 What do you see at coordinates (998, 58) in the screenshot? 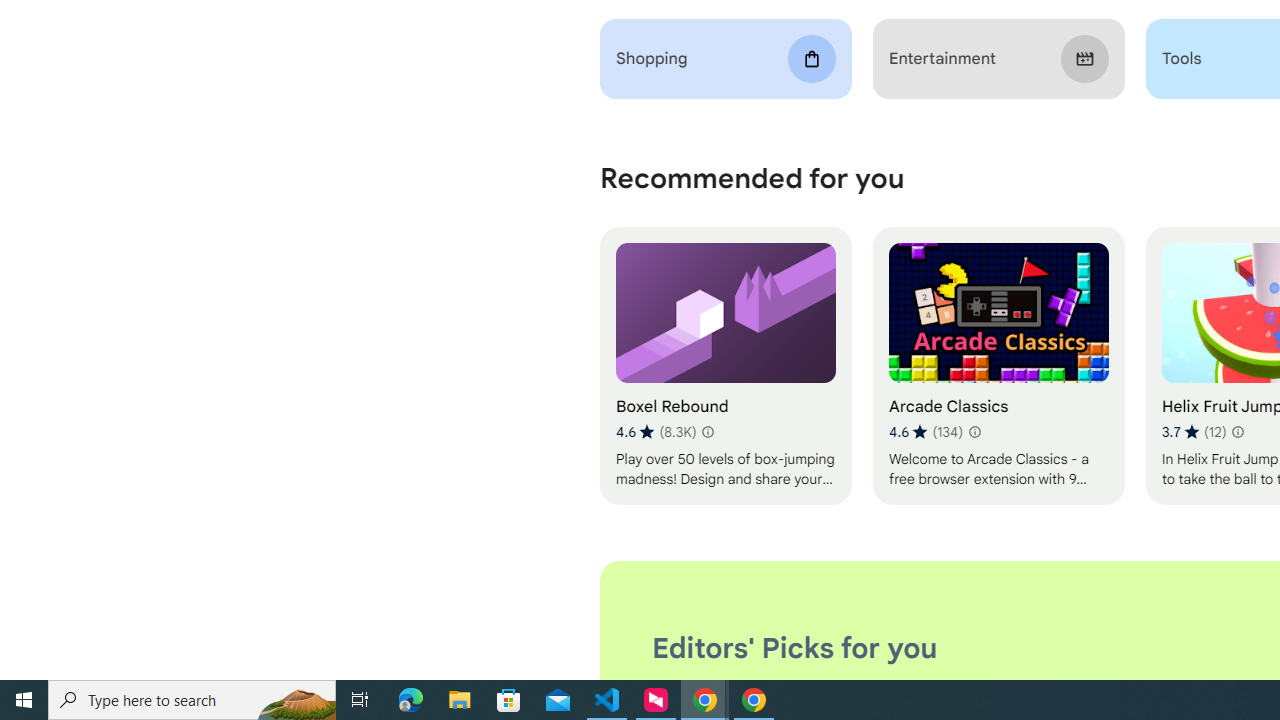
I see `'Entertainment'` at bounding box center [998, 58].